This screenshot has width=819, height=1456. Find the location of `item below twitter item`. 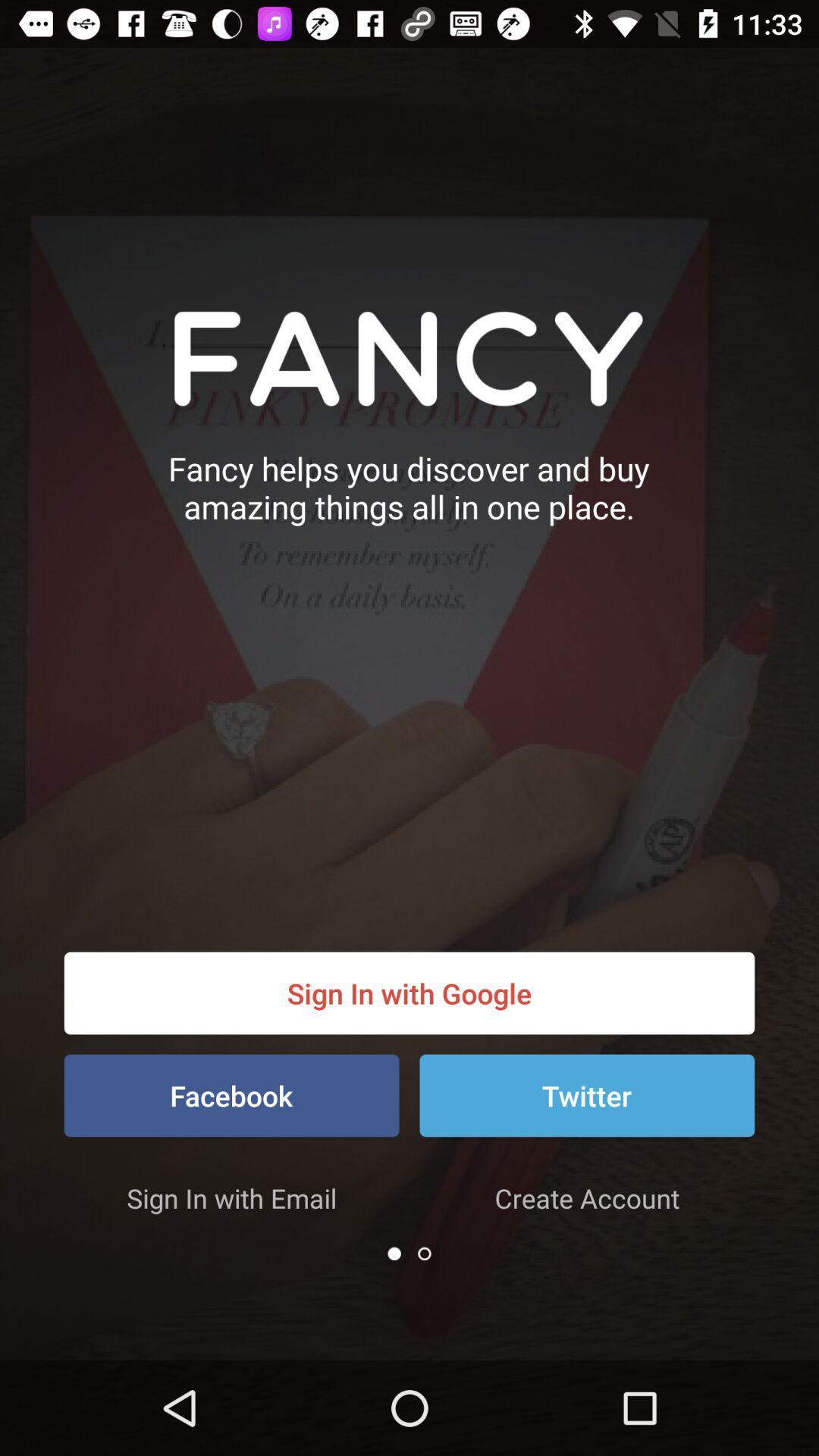

item below twitter item is located at coordinates (586, 1197).